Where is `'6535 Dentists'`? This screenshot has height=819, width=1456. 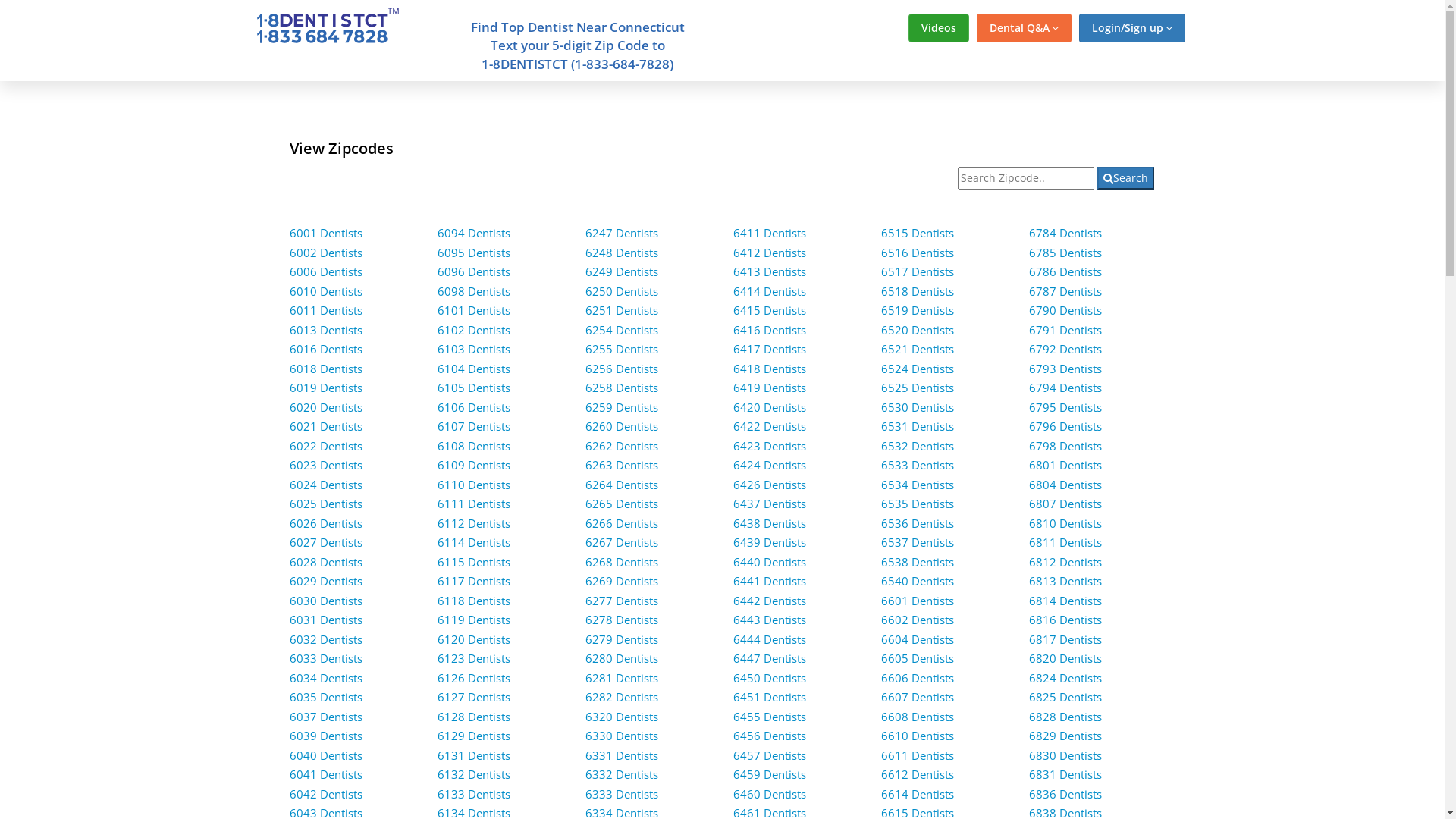
'6535 Dentists' is located at coordinates (880, 503).